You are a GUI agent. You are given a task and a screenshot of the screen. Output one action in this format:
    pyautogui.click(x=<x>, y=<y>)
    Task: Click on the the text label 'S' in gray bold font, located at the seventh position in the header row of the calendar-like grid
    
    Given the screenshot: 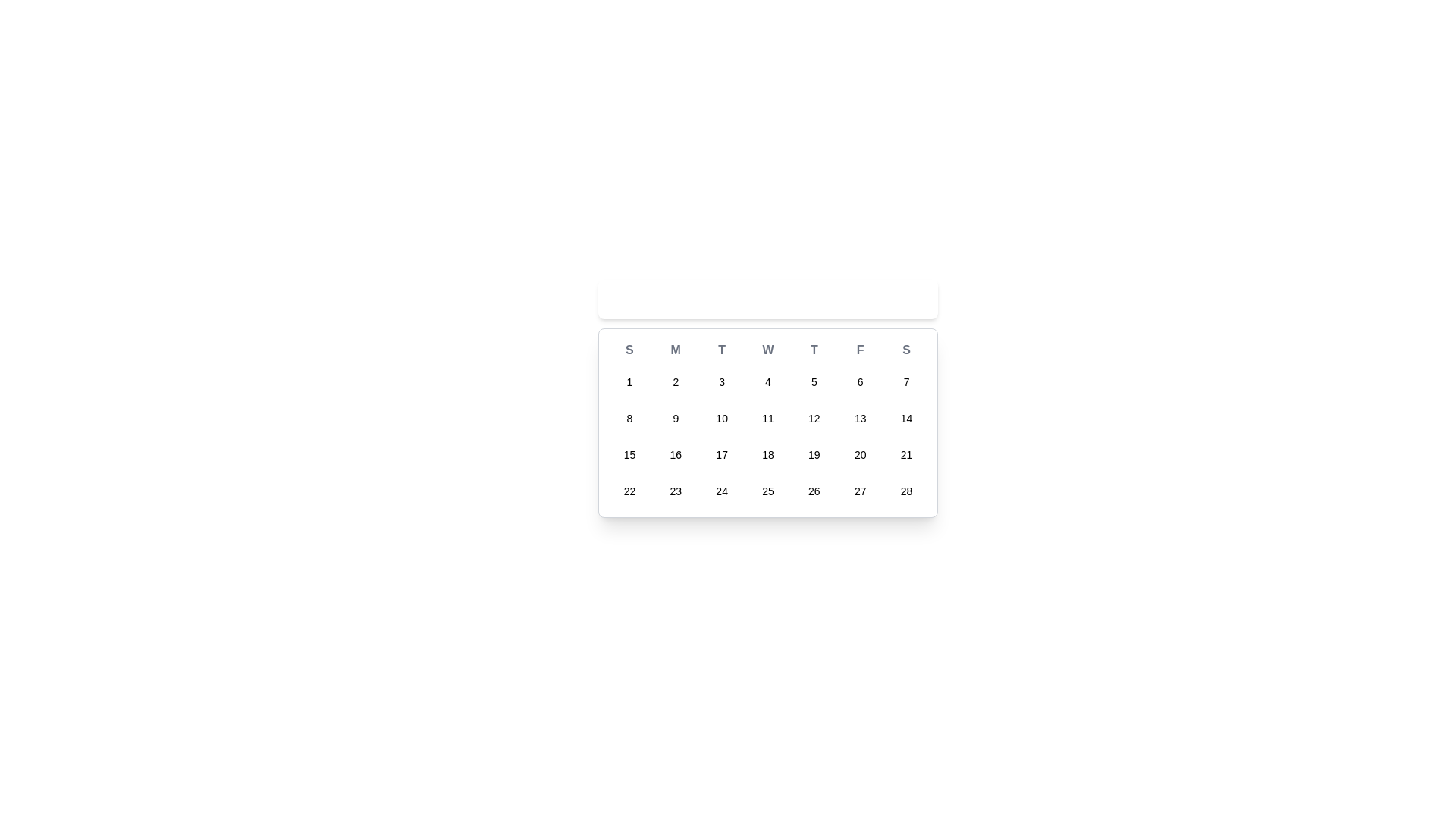 What is the action you would take?
    pyautogui.click(x=906, y=350)
    